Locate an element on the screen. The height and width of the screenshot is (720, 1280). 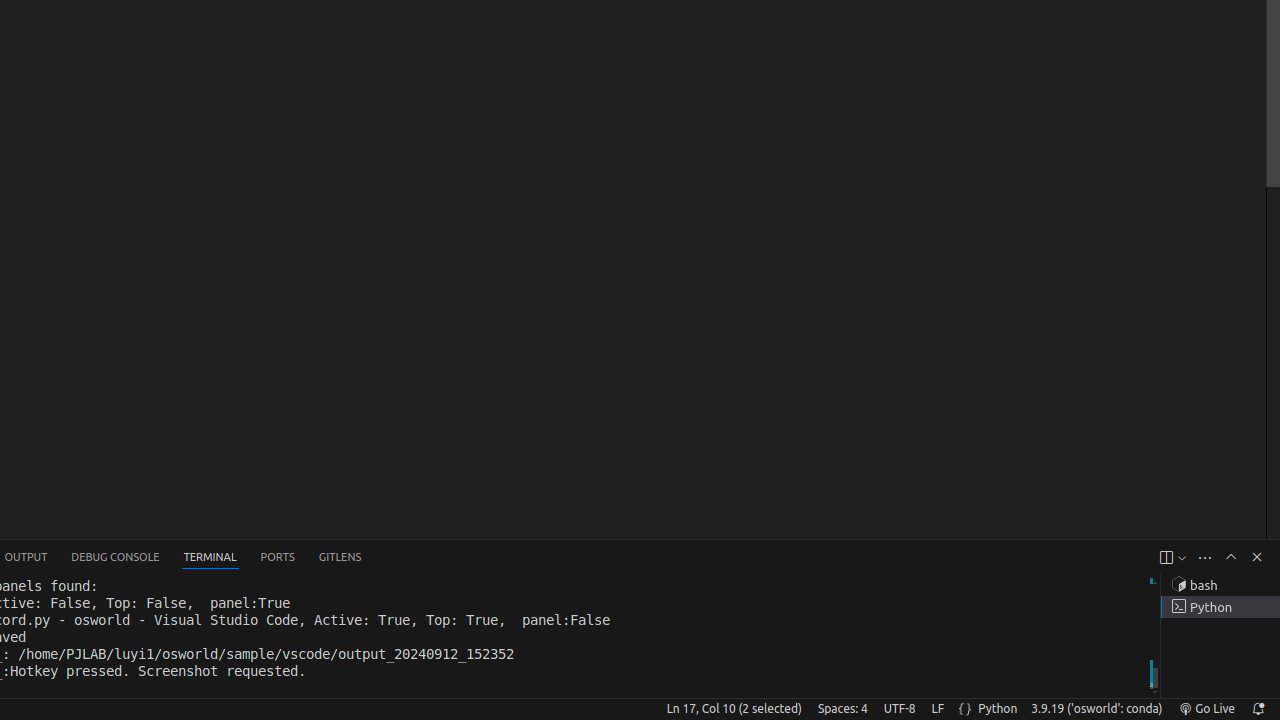
'Terminal 1 bash' is located at coordinates (1219, 585).